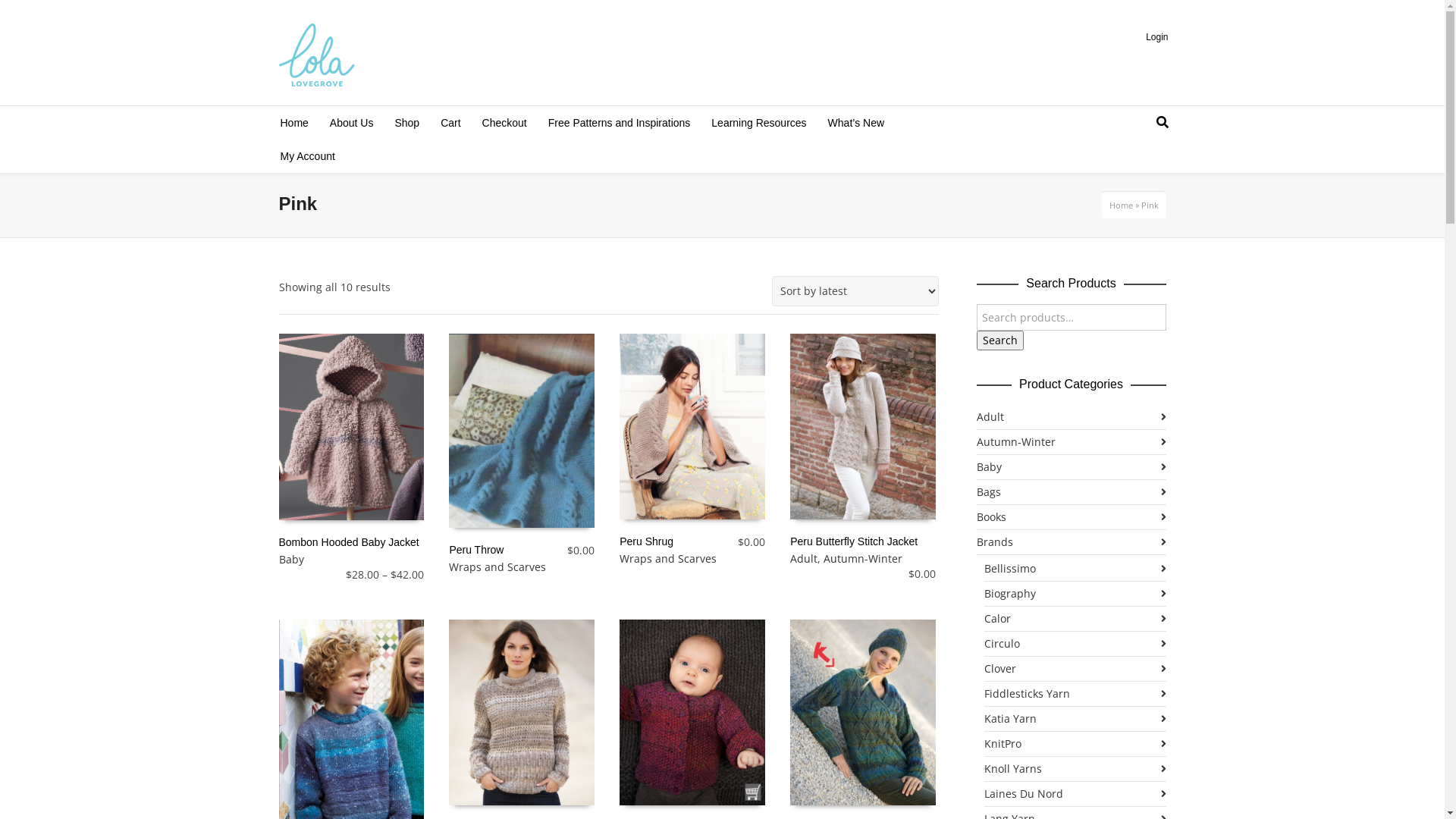 This screenshot has height=819, width=1456. What do you see at coordinates (385, 122) in the screenshot?
I see `'Shop'` at bounding box center [385, 122].